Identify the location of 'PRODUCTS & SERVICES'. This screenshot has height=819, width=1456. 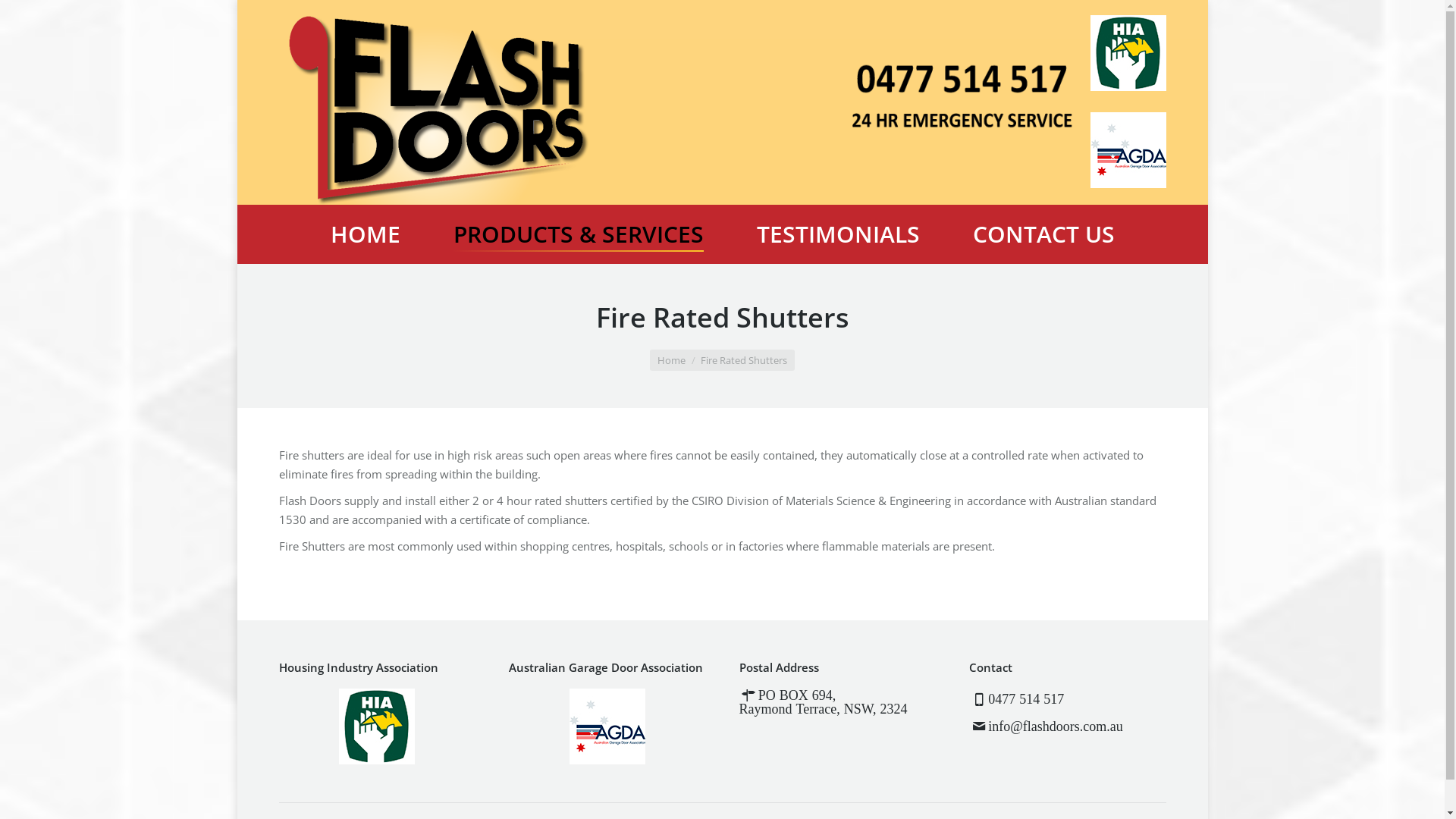
(577, 234).